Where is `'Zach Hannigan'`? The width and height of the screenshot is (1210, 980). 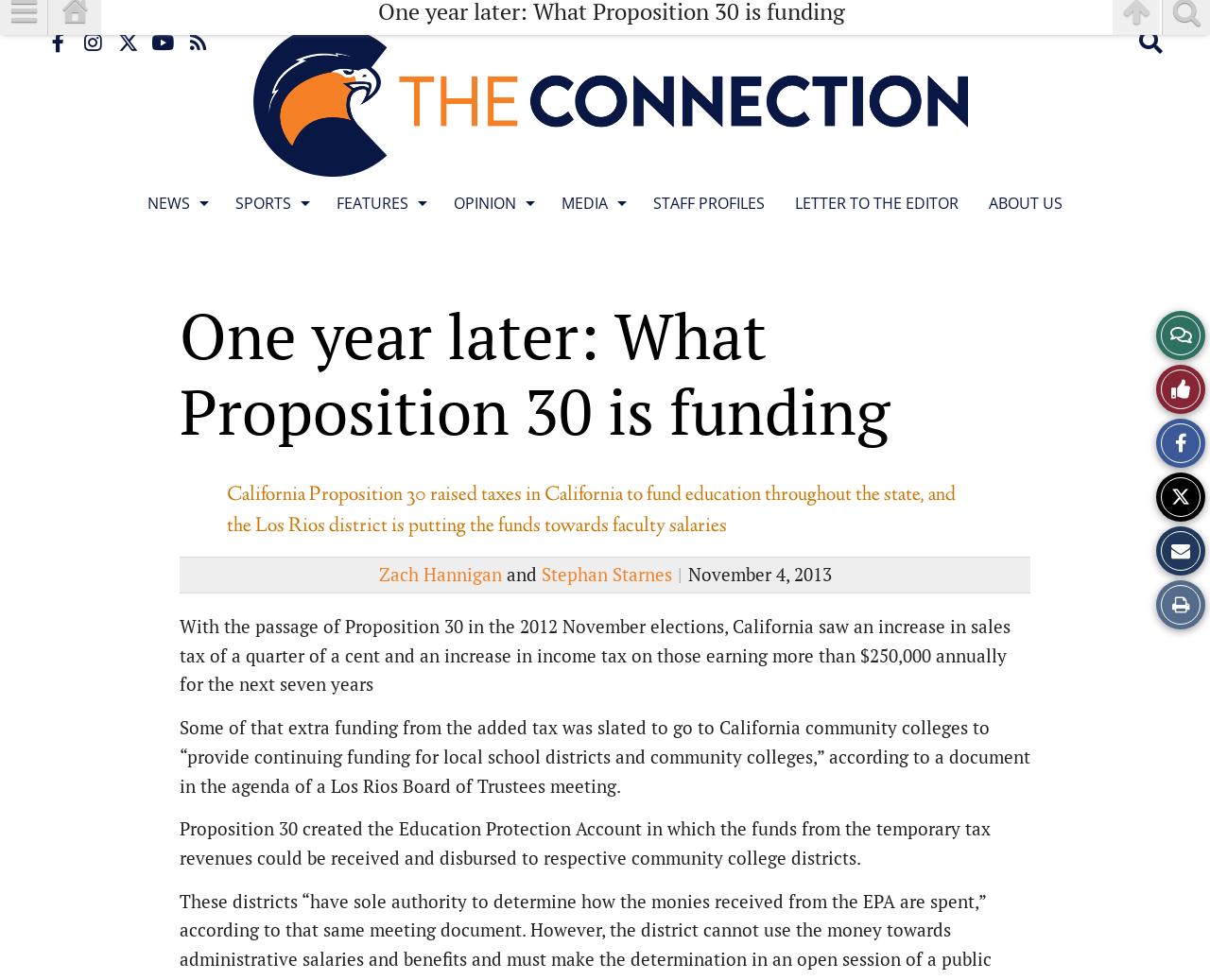 'Zach Hannigan' is located at coordinates (439, 574).